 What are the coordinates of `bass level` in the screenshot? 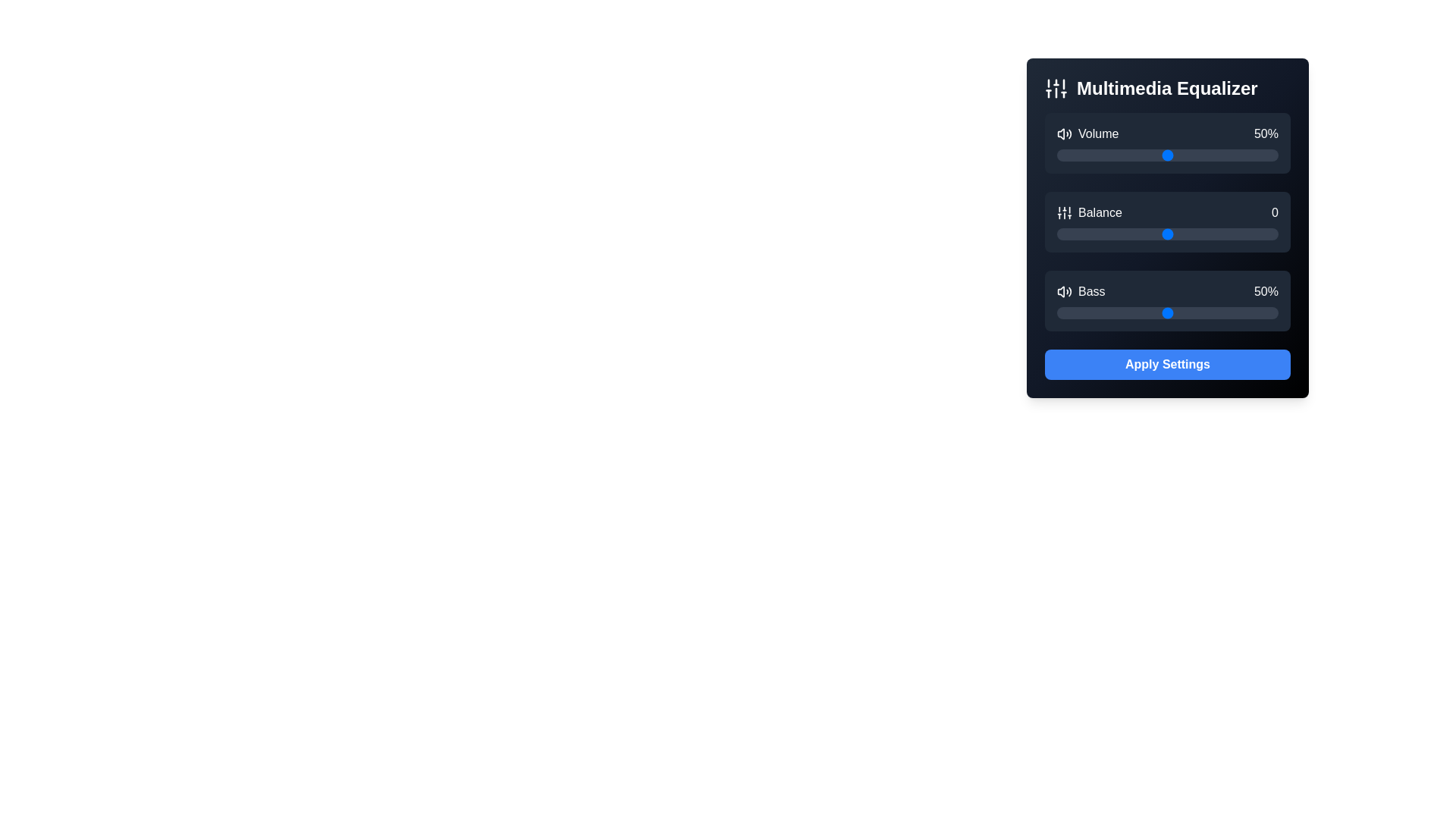 It's located at (1116, 312).